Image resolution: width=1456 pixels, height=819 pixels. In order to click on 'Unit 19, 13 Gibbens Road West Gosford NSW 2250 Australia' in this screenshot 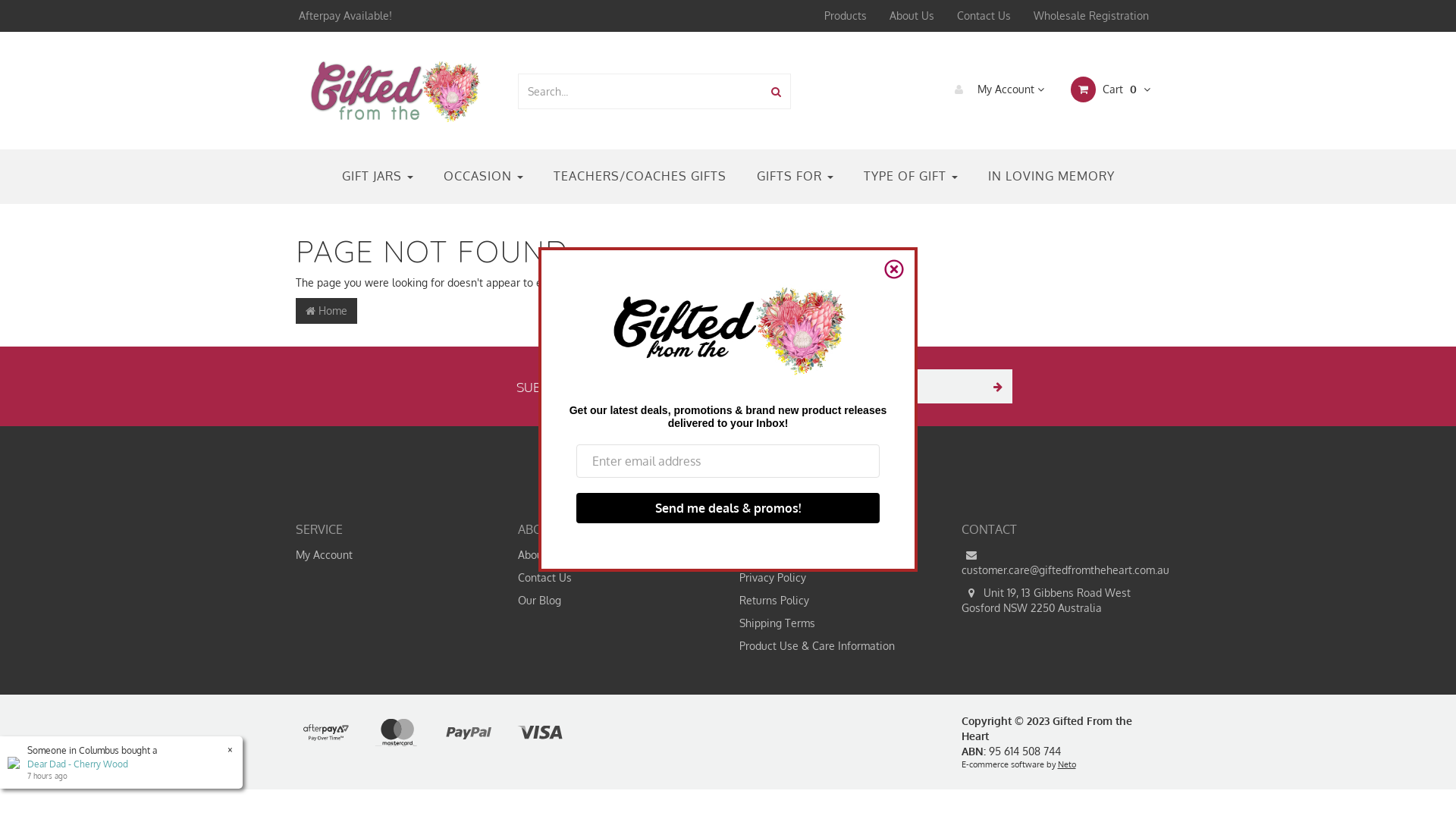, I will do `click(1054, 599)`.